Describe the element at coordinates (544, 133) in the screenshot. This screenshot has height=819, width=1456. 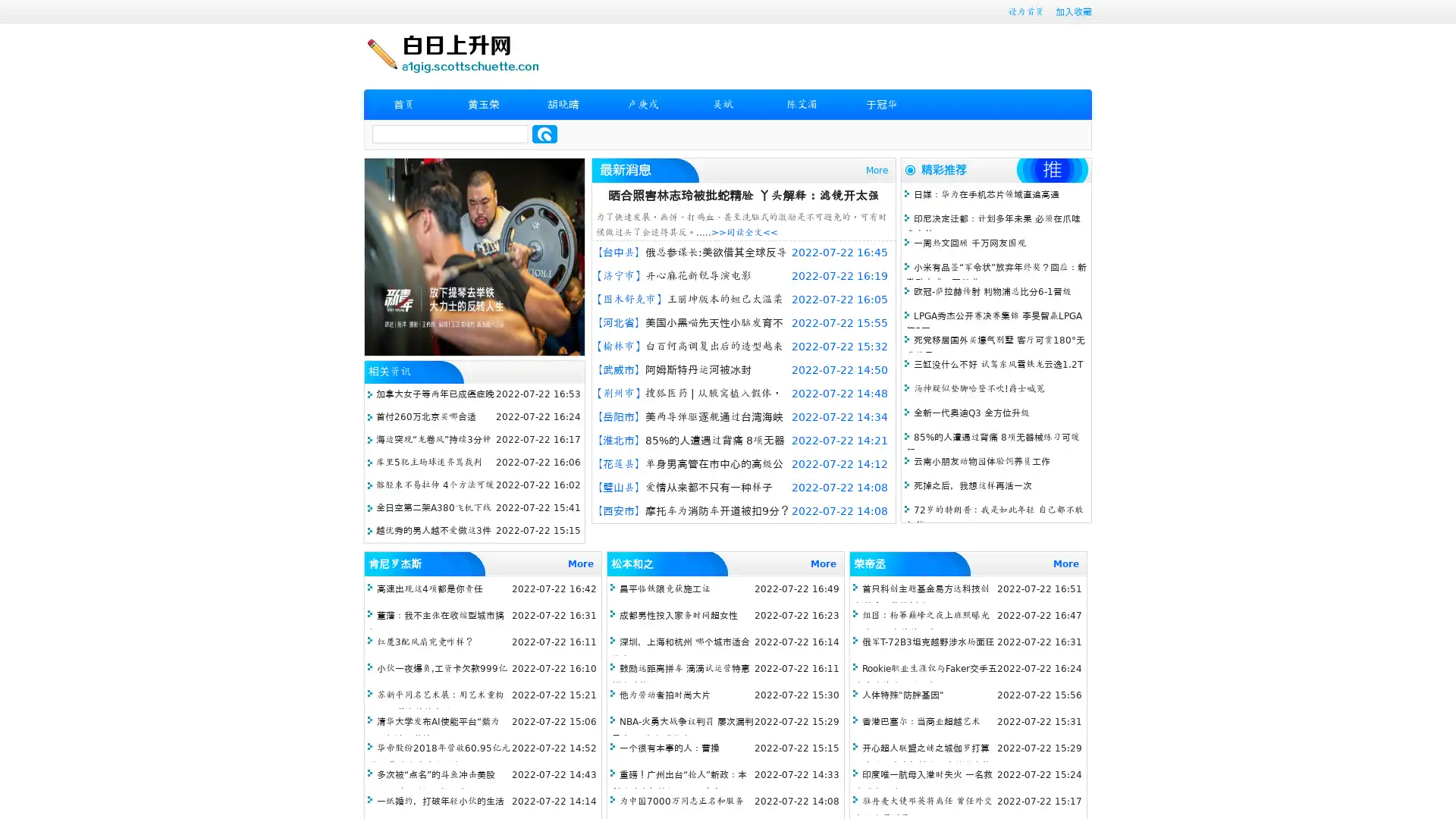
I see `Search` at that location.